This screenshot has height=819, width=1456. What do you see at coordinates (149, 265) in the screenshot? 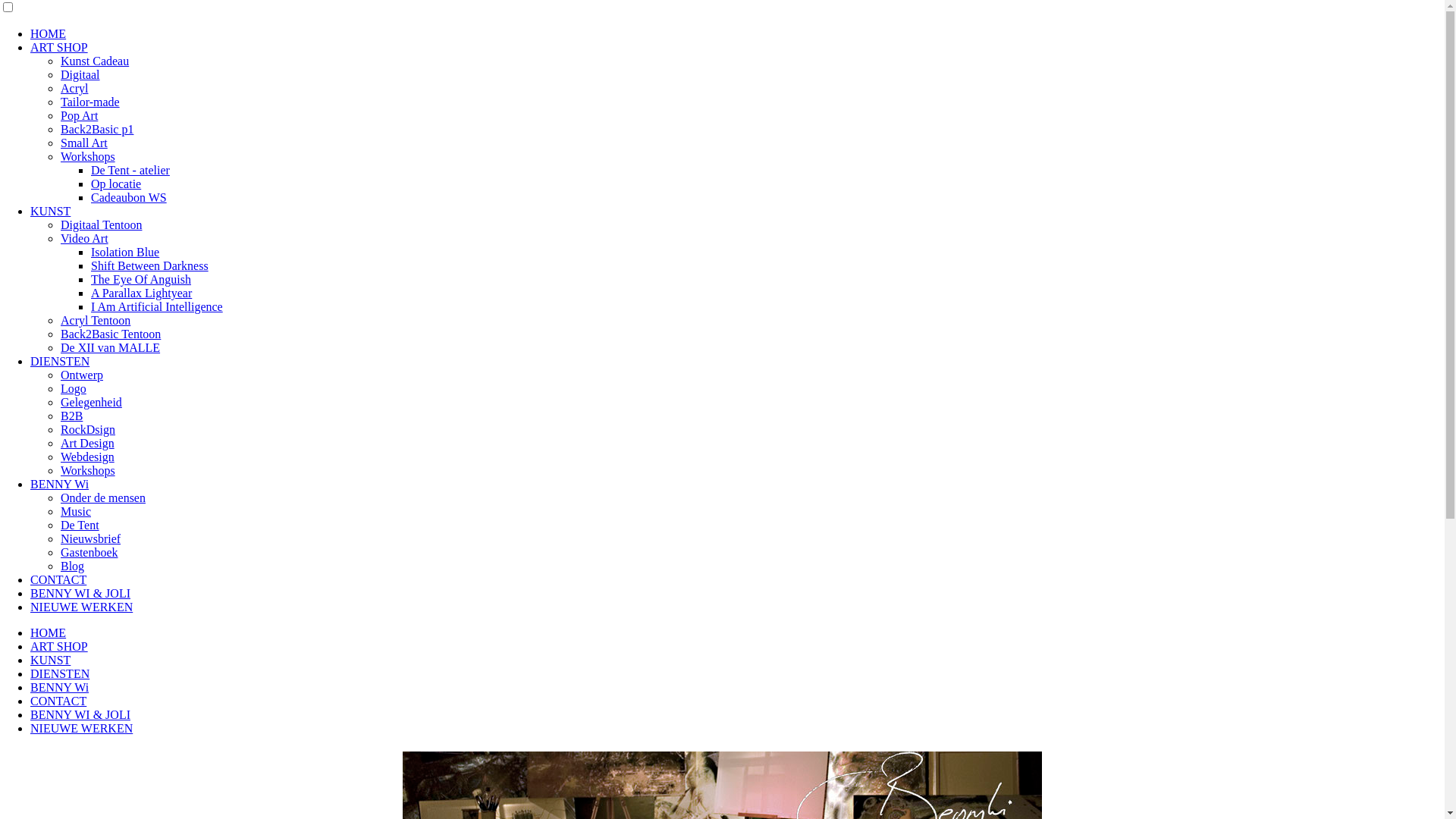
I see `'Shift Between Darkness'` at bounding box center [149, 265].